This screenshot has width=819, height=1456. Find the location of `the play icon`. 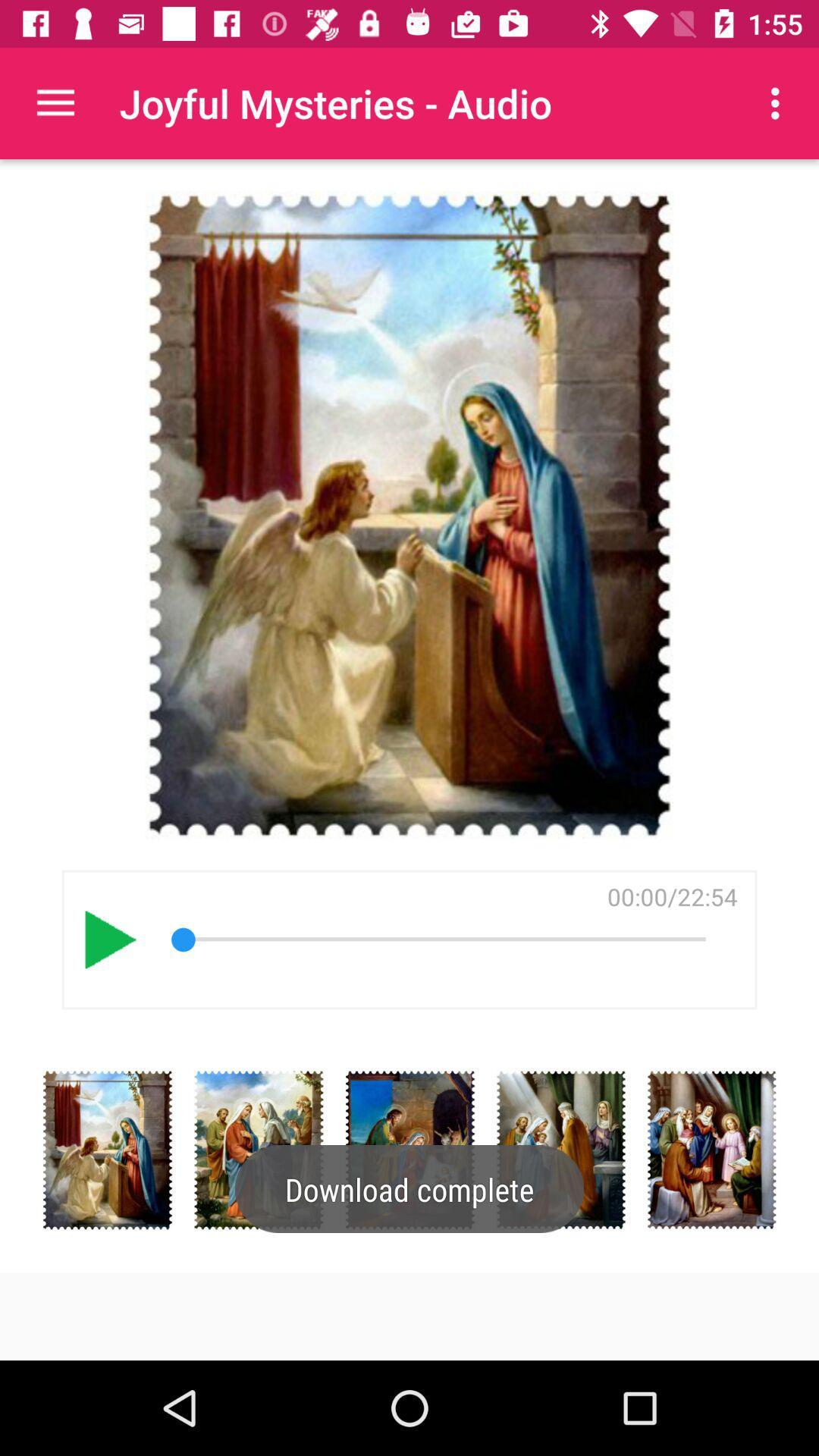

the play icon is located at coordinates (109, 939).